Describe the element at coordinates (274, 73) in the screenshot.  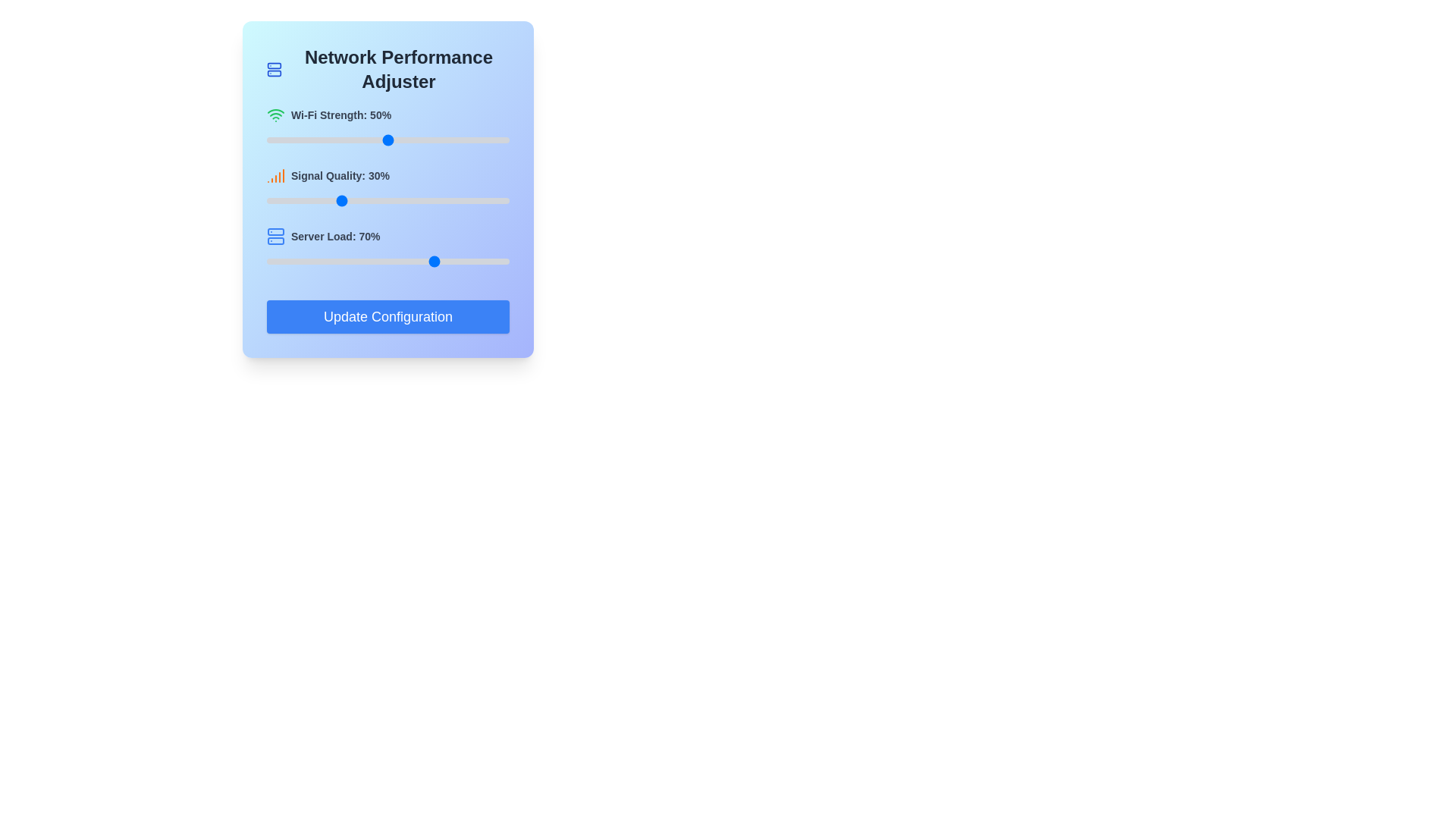
I see `the second blue rectangle located under the server icon in the upper-left corner of the interface` at that location.